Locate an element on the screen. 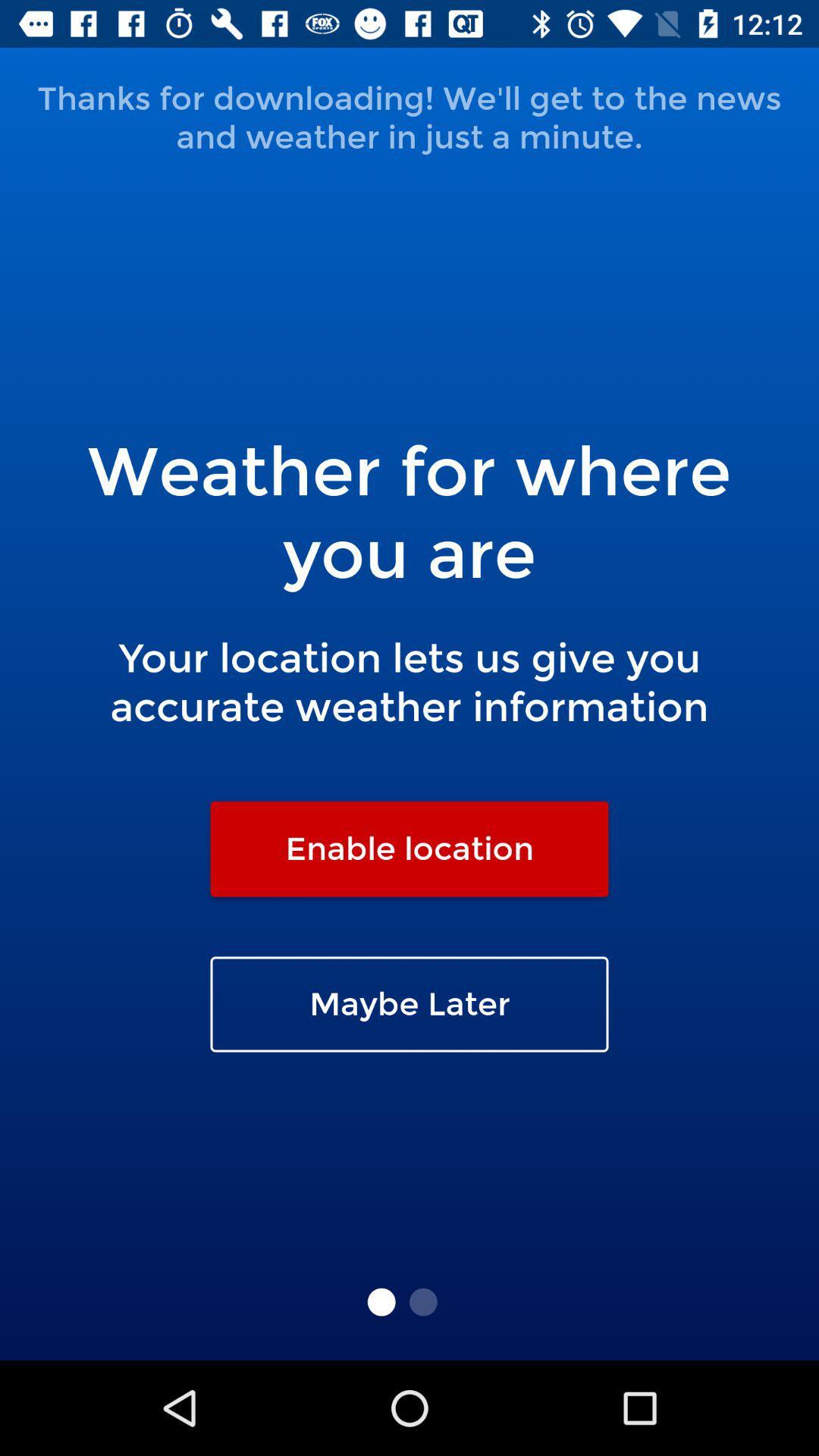 Image resolution: width=819 pixels, height=1456 pixels. maybe later is located at coordinates (409, 1004).